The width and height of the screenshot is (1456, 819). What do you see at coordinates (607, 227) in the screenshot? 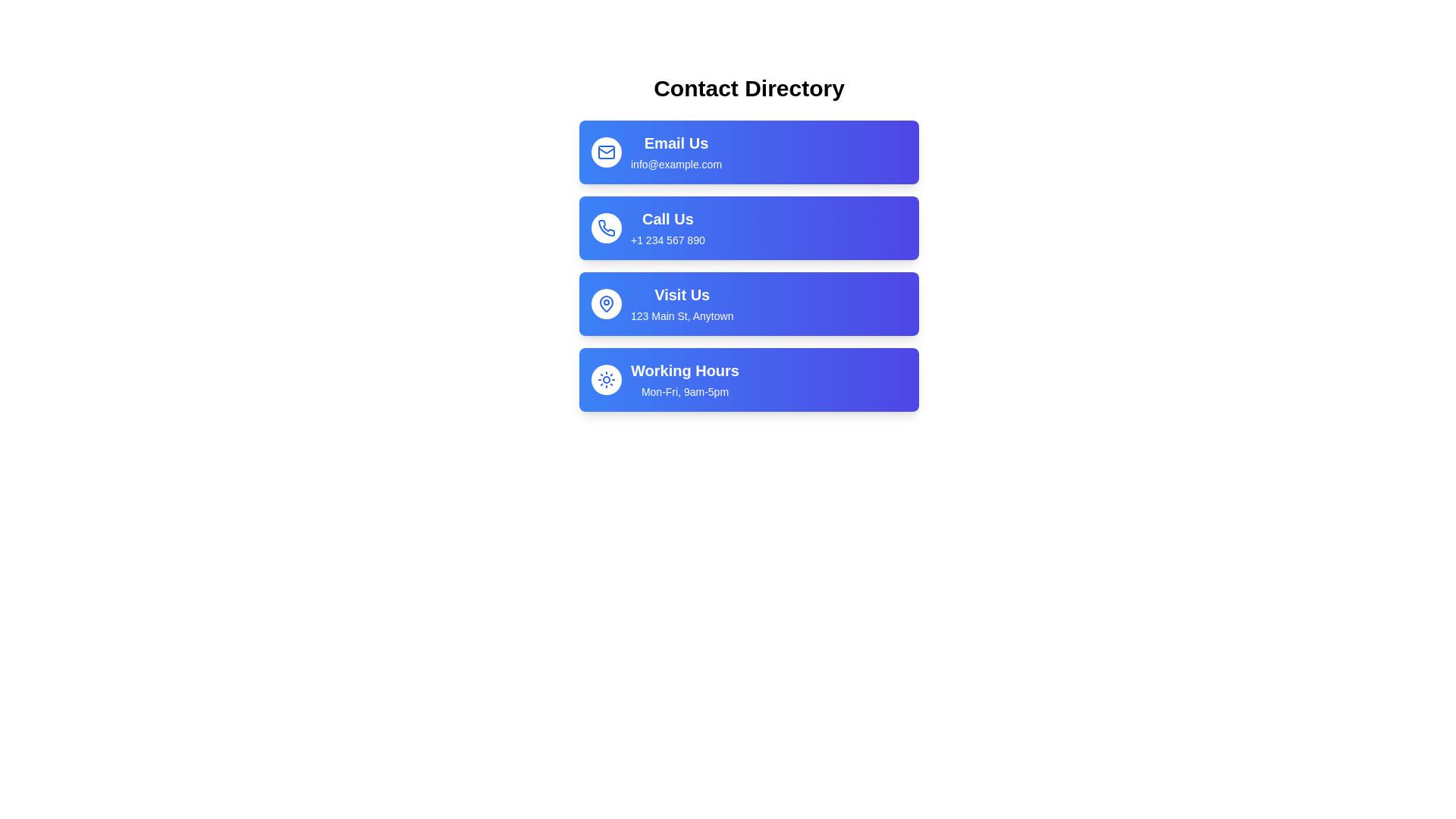
I see `the phone icon with a blue outline located inside a circular white background, which is the second option in a vertically stacked contact directory` at bounding box center [607, 227].